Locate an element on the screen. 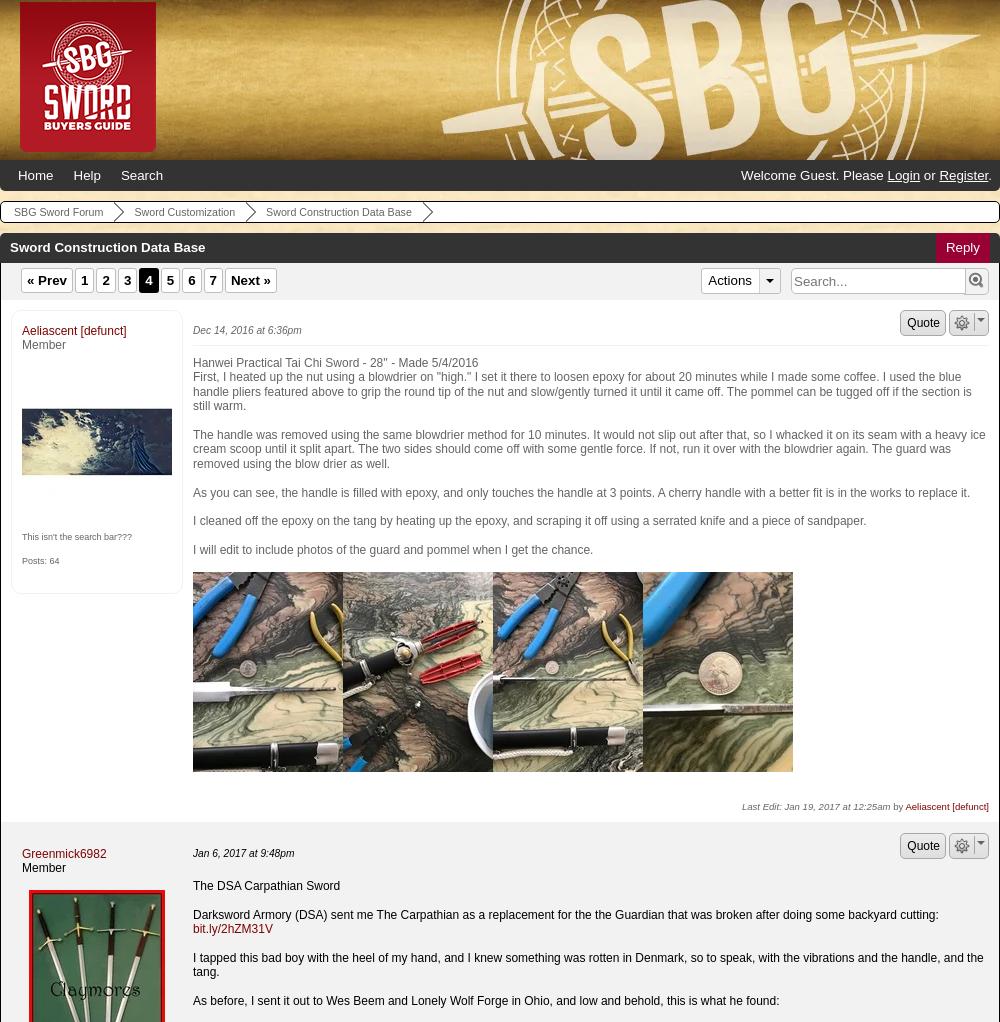  'Search' is located at coordinates (119, 174).